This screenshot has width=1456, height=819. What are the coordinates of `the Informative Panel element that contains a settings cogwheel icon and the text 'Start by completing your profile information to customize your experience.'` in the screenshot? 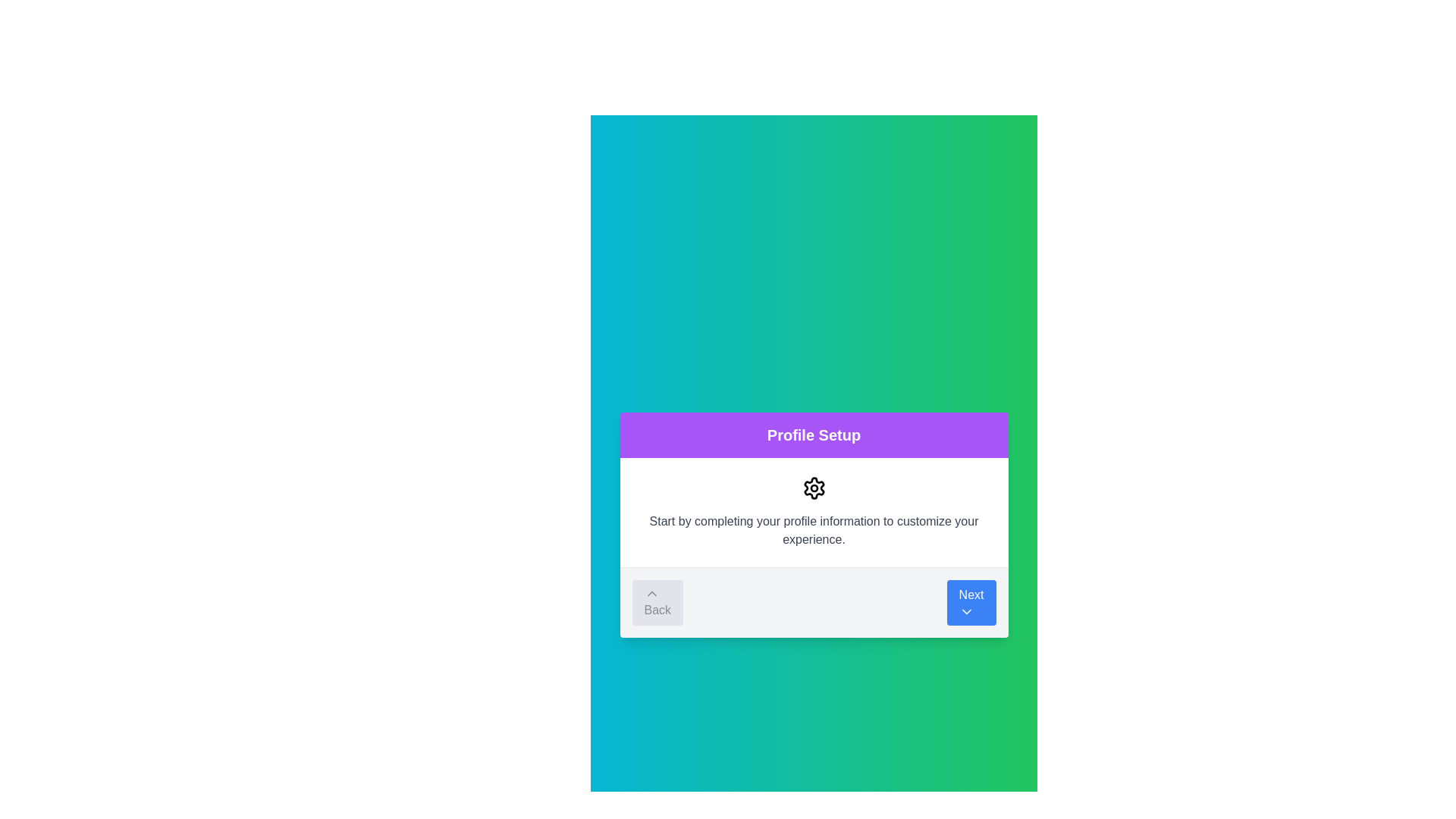 It's located at (813, 512).